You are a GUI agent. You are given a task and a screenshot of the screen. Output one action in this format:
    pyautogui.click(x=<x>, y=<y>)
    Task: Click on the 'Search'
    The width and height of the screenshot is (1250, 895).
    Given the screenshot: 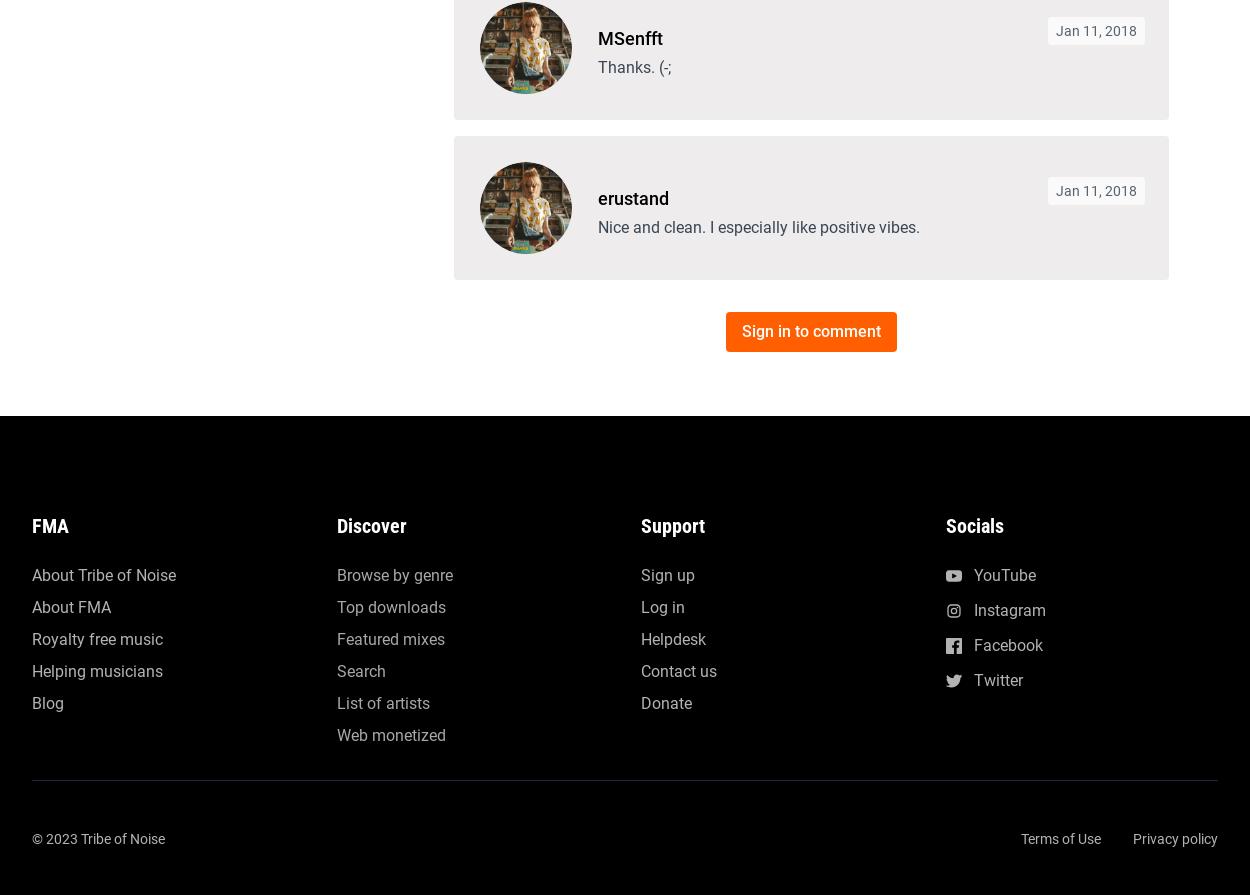 What is the action you would take?
    pyautogui.click(x=359, y=35)
    